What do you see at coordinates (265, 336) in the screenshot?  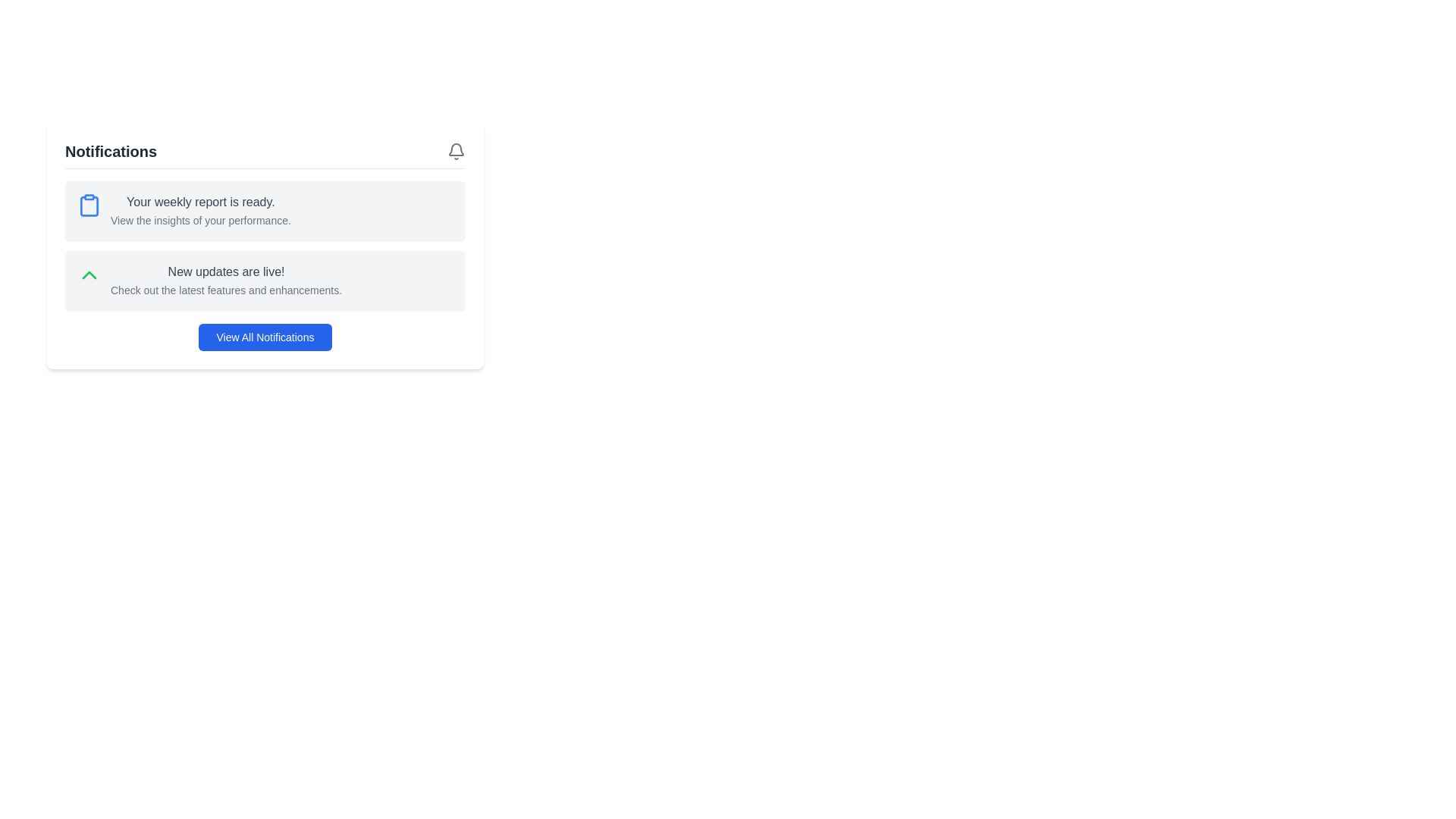 I see `the 'View All Notifications' button, which is a rectangular button with a blue background and white text, located at the bottom of the notification panel` at bounding box center [265, 336].